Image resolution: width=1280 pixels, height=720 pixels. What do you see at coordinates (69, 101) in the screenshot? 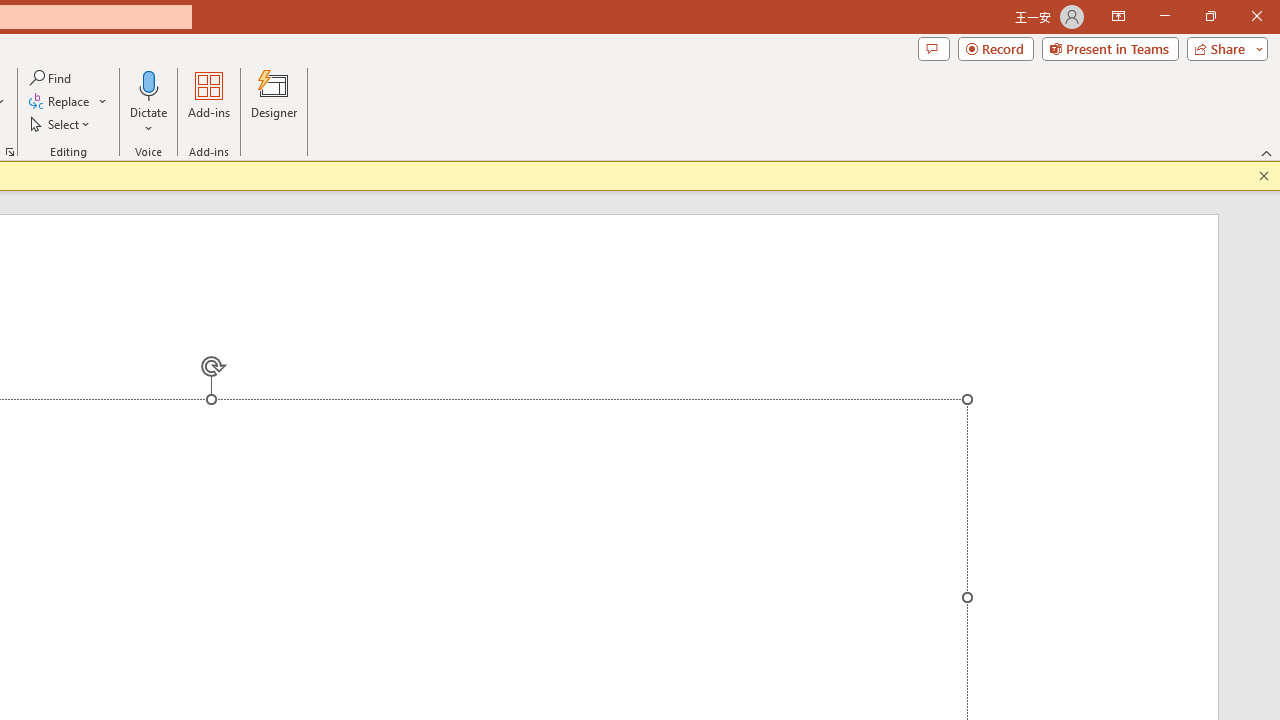
I see `'Replace...'` at bounding box center [69, 101].